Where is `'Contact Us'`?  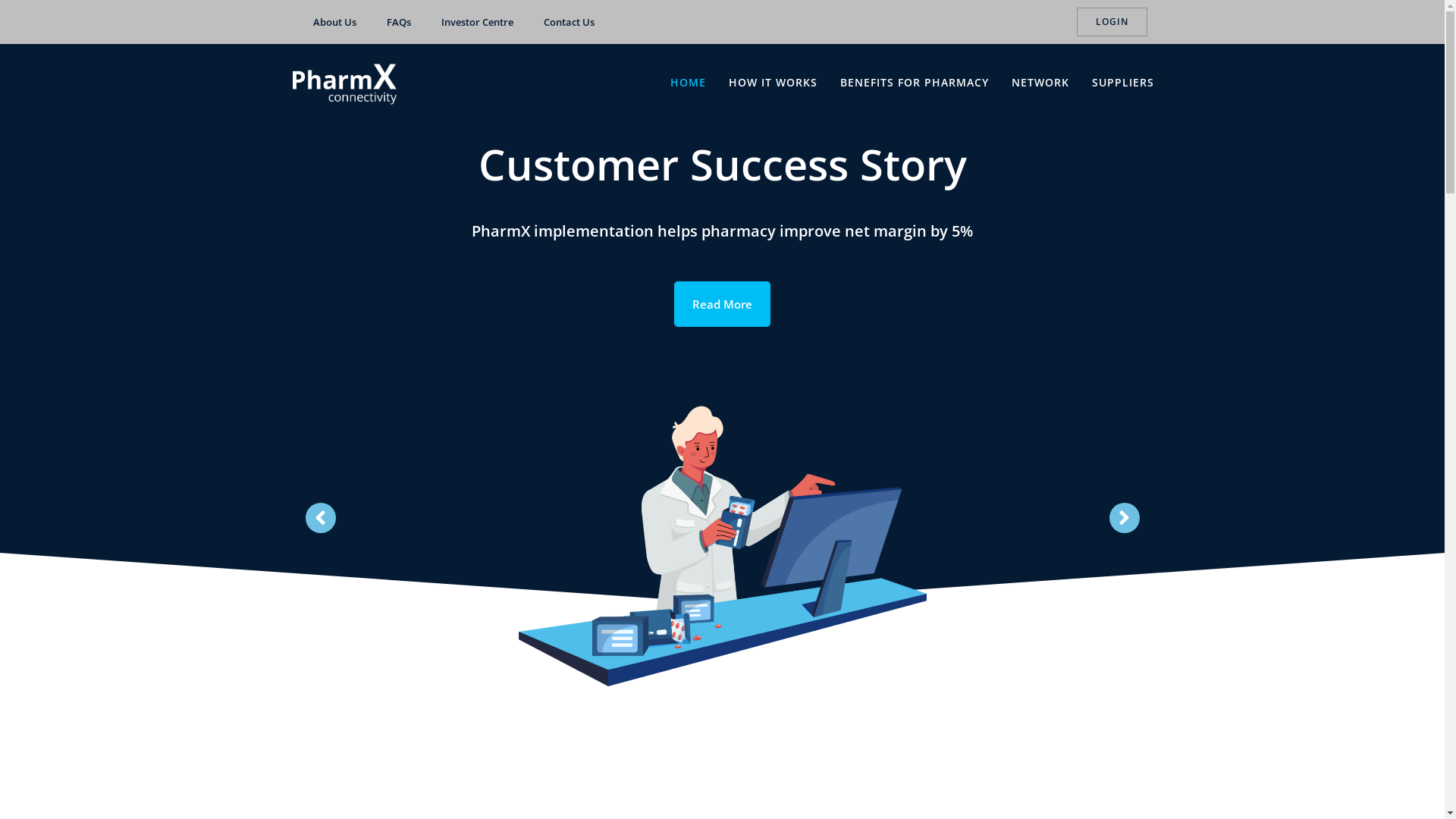
'Contact Us' is located at coordinates (567, 22).